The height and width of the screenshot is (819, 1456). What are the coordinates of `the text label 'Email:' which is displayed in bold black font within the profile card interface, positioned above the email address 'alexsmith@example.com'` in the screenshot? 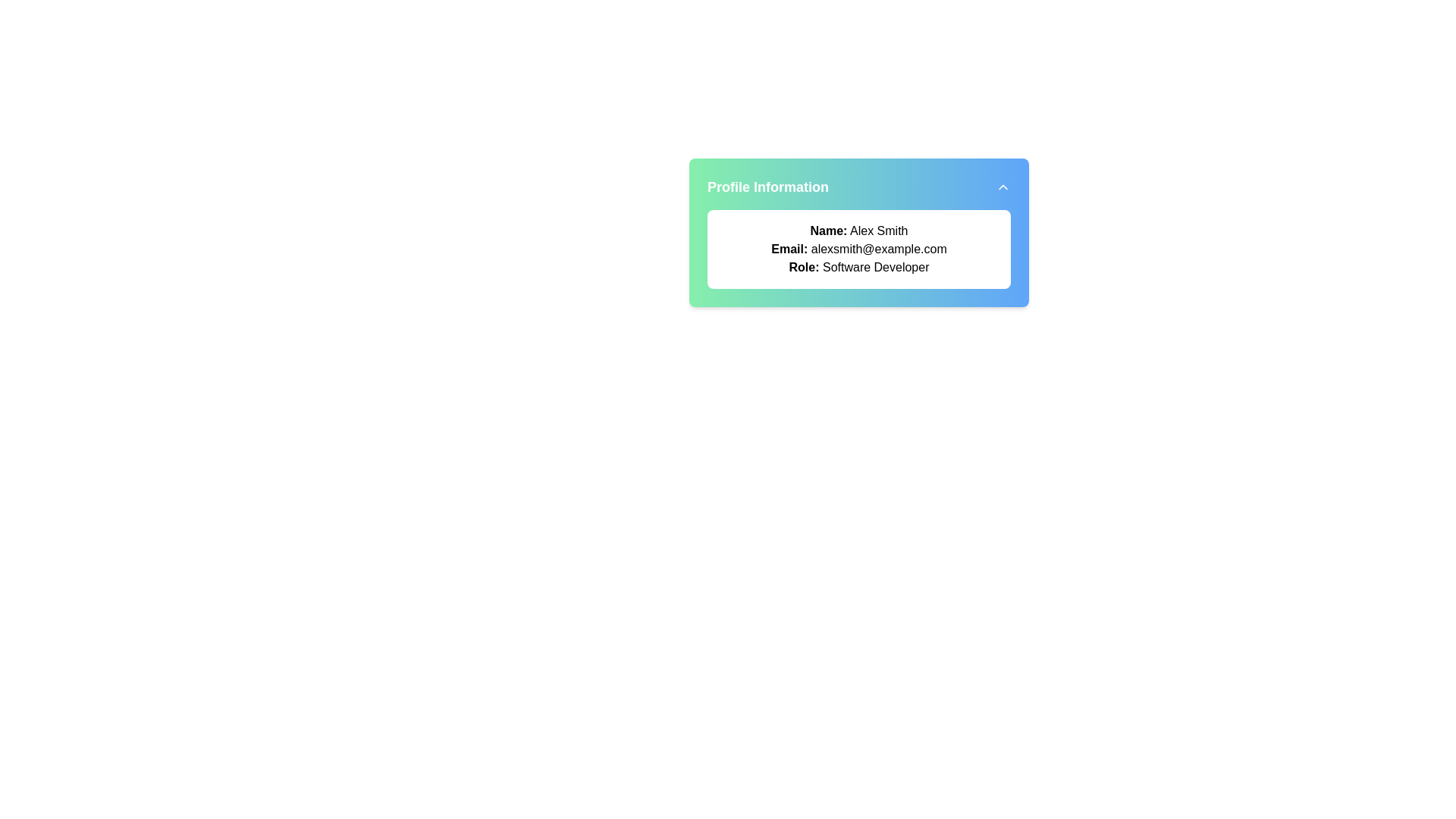 It's located at (789, 248).